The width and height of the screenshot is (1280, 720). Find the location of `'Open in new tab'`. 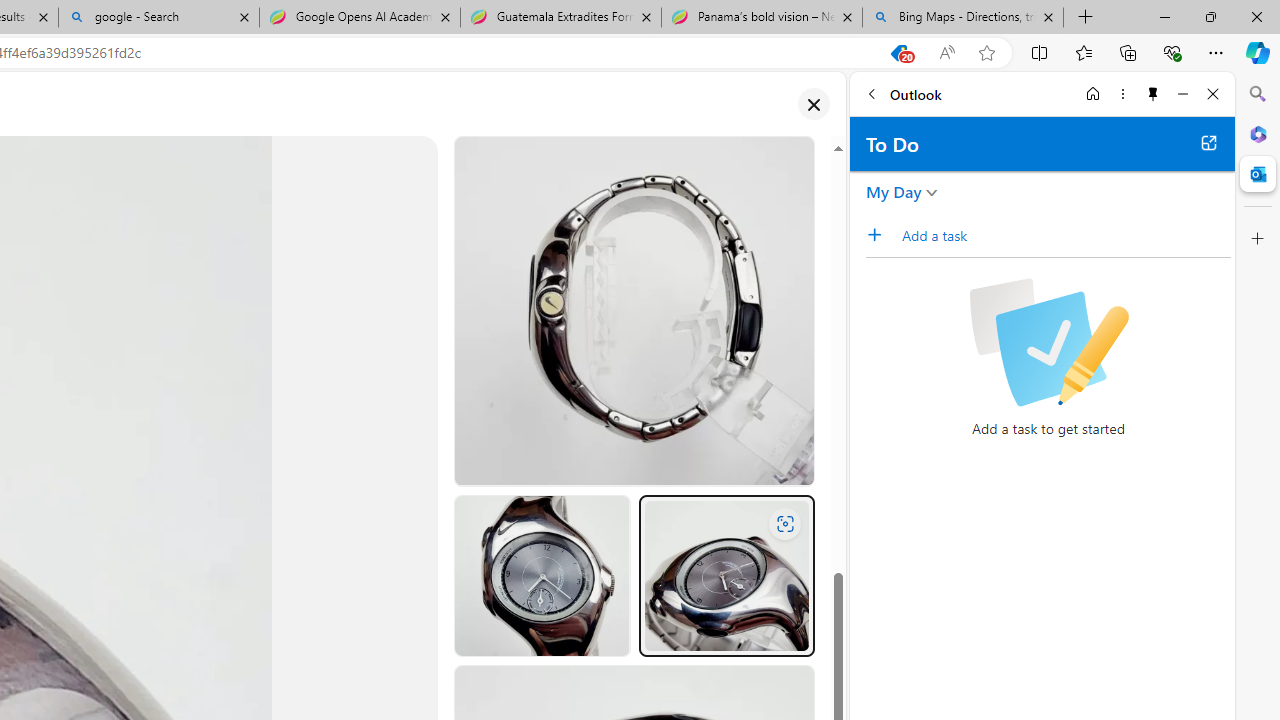

'Open in new tab' is located at coordinates (1207, 141).